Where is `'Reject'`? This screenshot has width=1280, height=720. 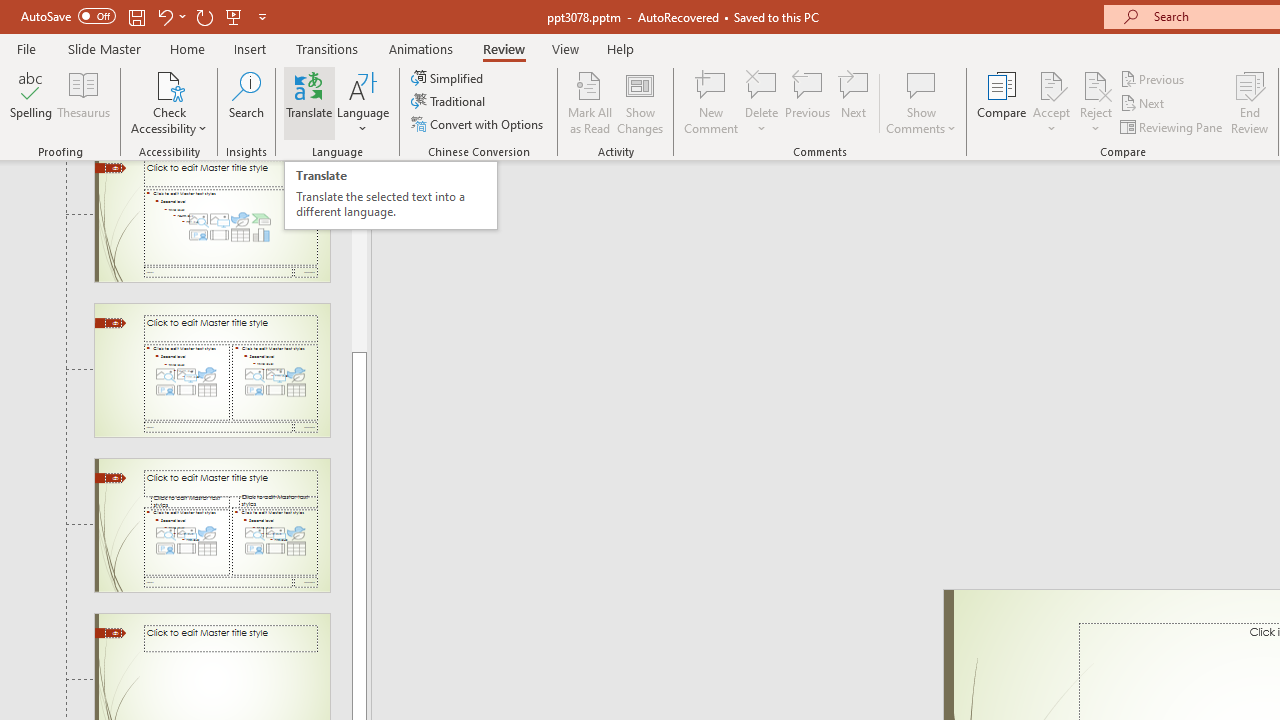 'Reject' is located at coordinates (1095, 103).